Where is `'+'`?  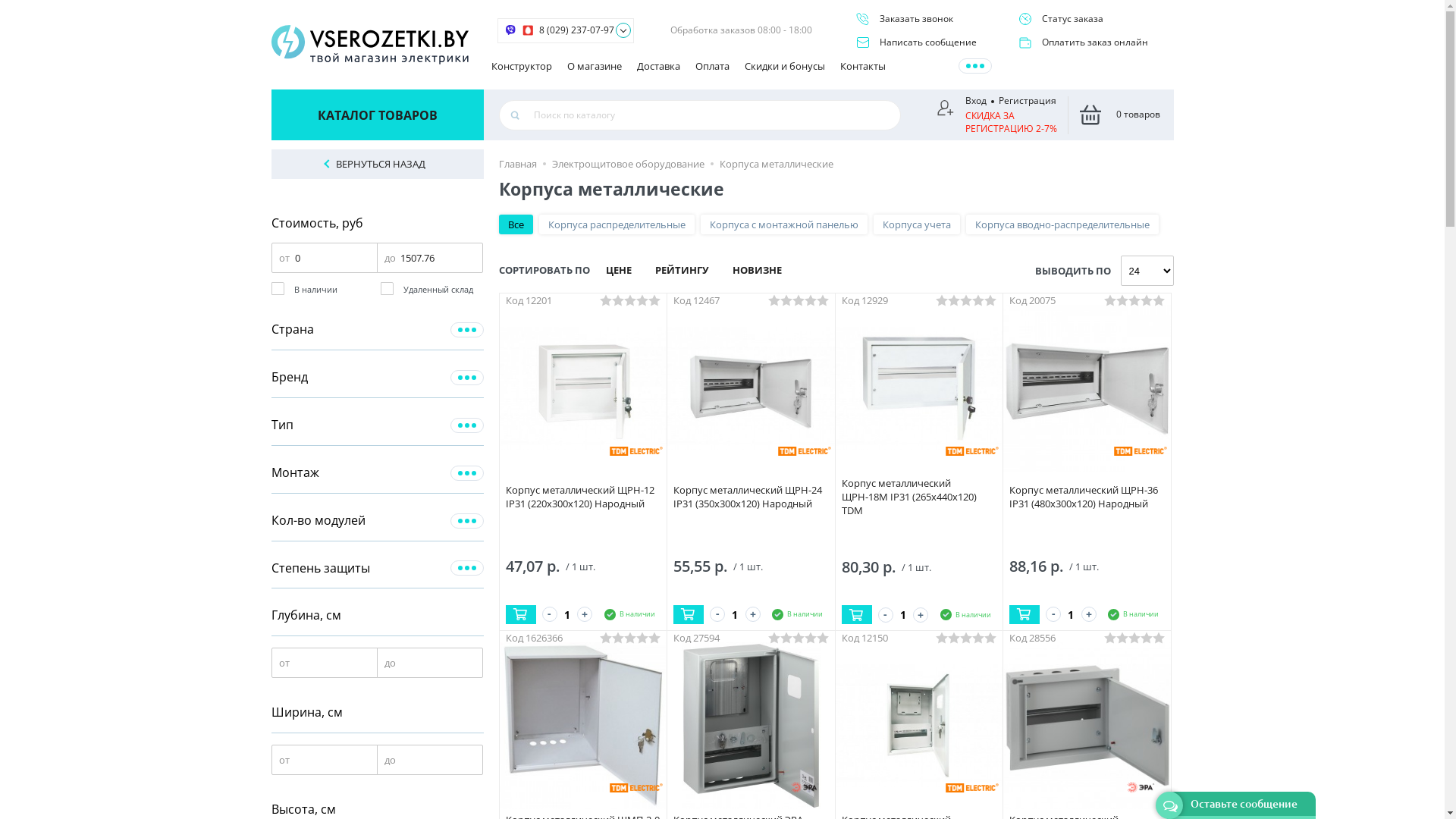 '+' is located at coordinates (752, 614).